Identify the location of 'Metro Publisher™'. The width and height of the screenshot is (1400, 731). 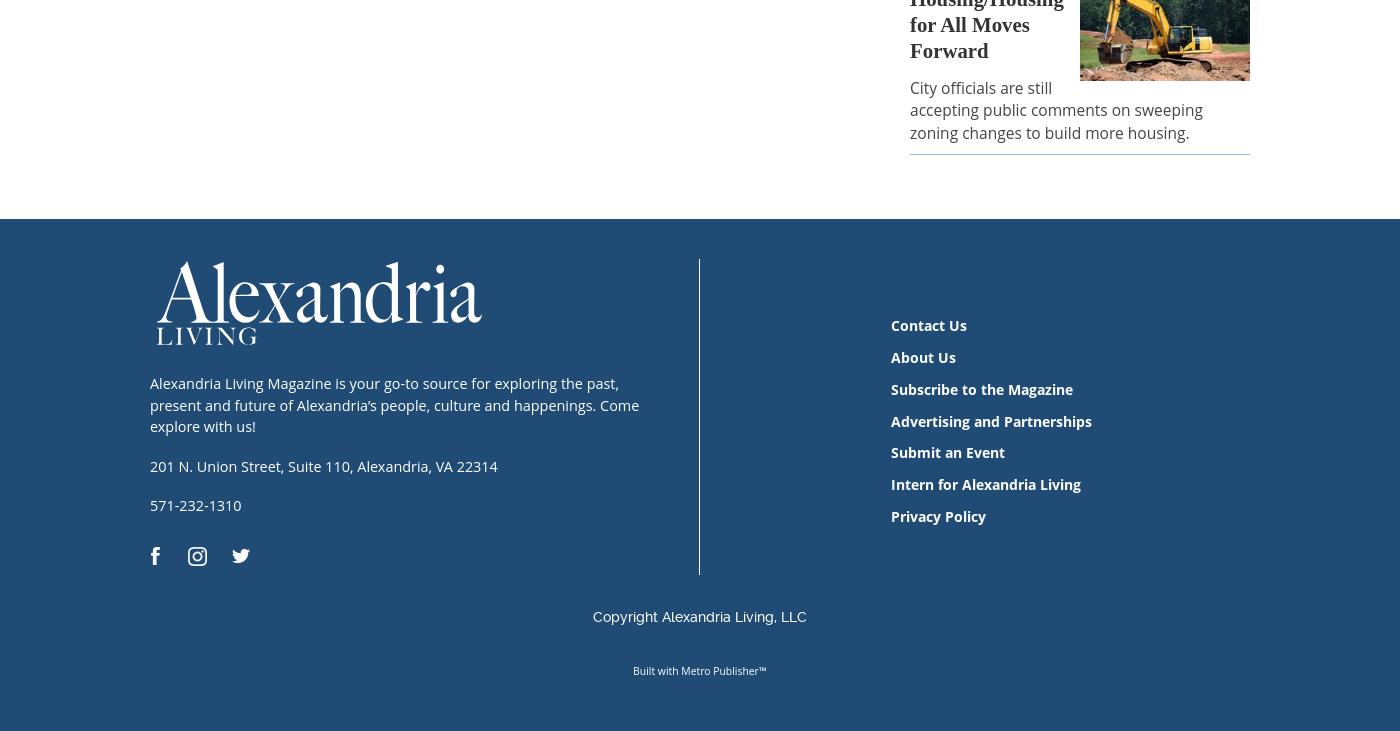
(723, 670).